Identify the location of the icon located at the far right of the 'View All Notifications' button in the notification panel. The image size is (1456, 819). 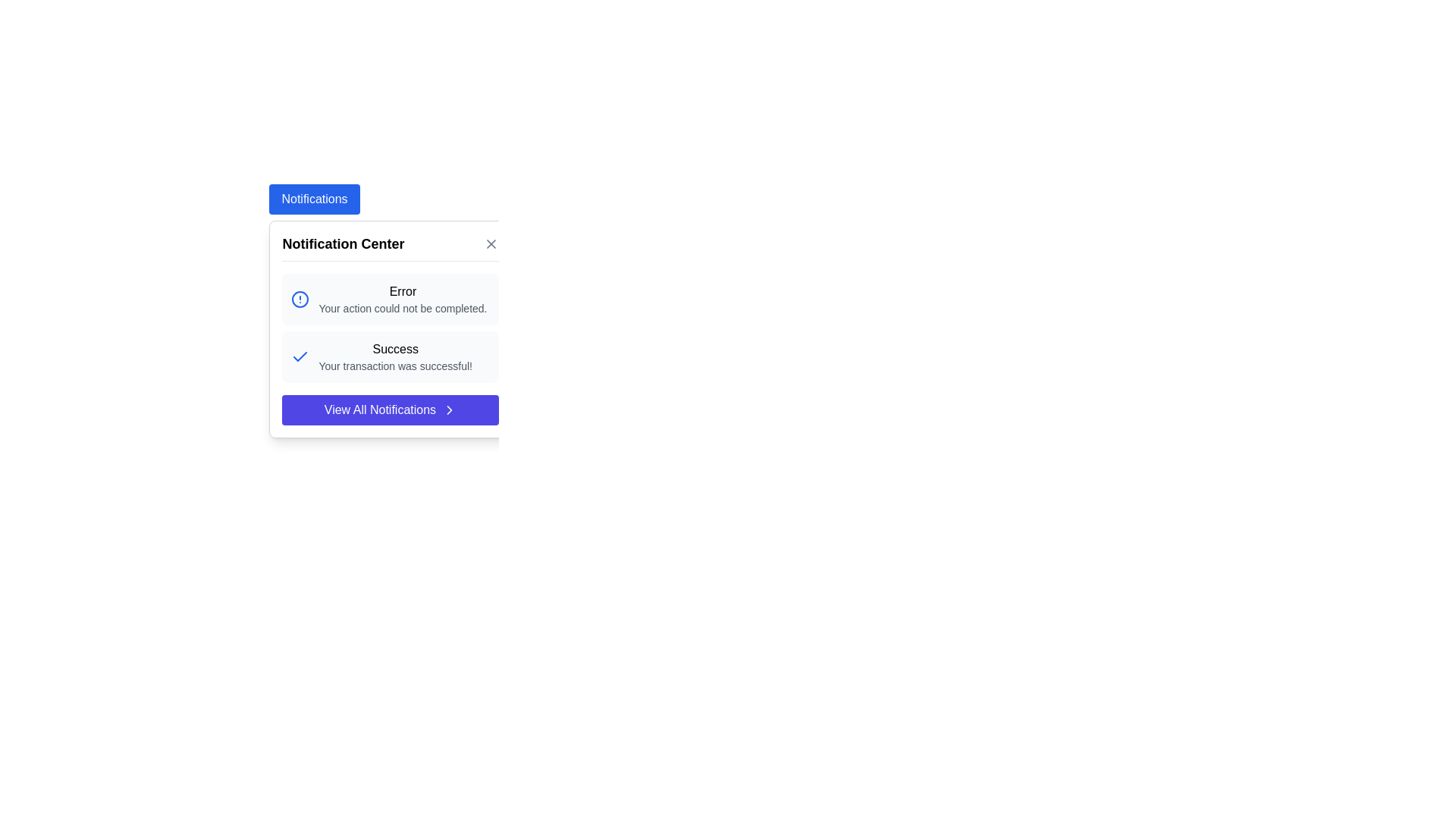
(449, 409).